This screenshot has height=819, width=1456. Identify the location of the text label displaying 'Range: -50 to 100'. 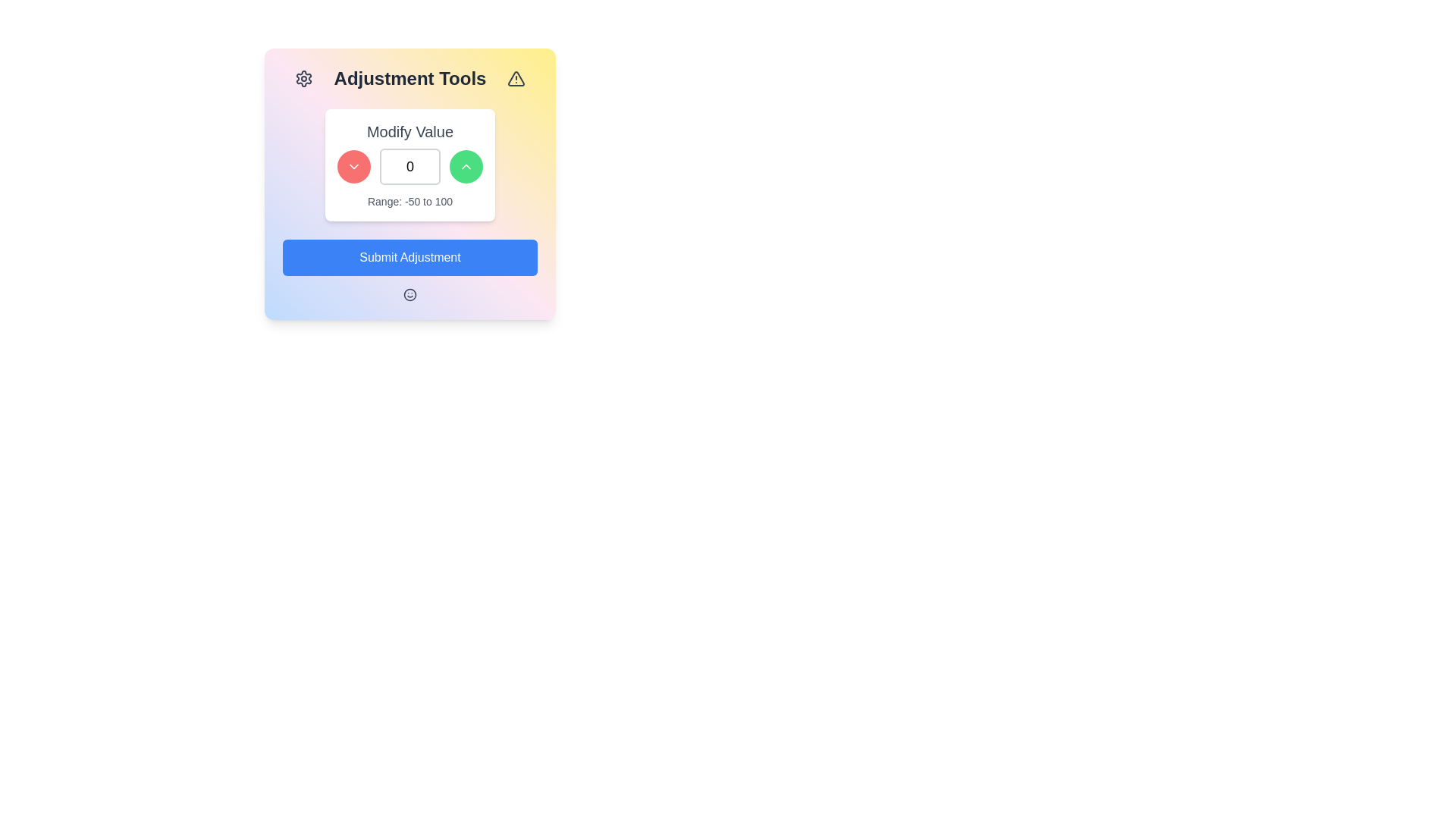
(410, 201).